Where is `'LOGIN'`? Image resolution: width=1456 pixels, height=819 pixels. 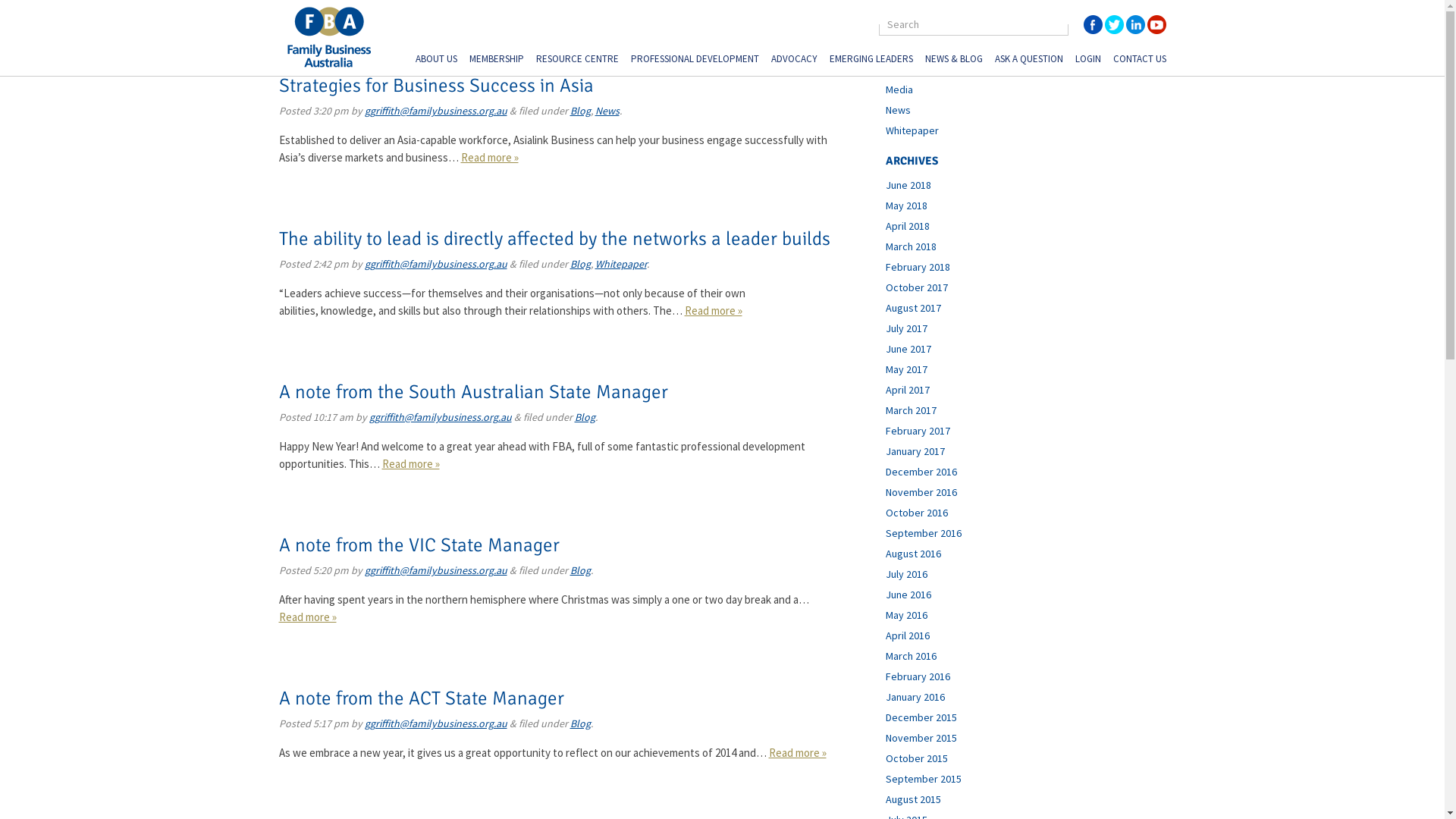
'LOGIN' is located at coordinates (1087, 60).